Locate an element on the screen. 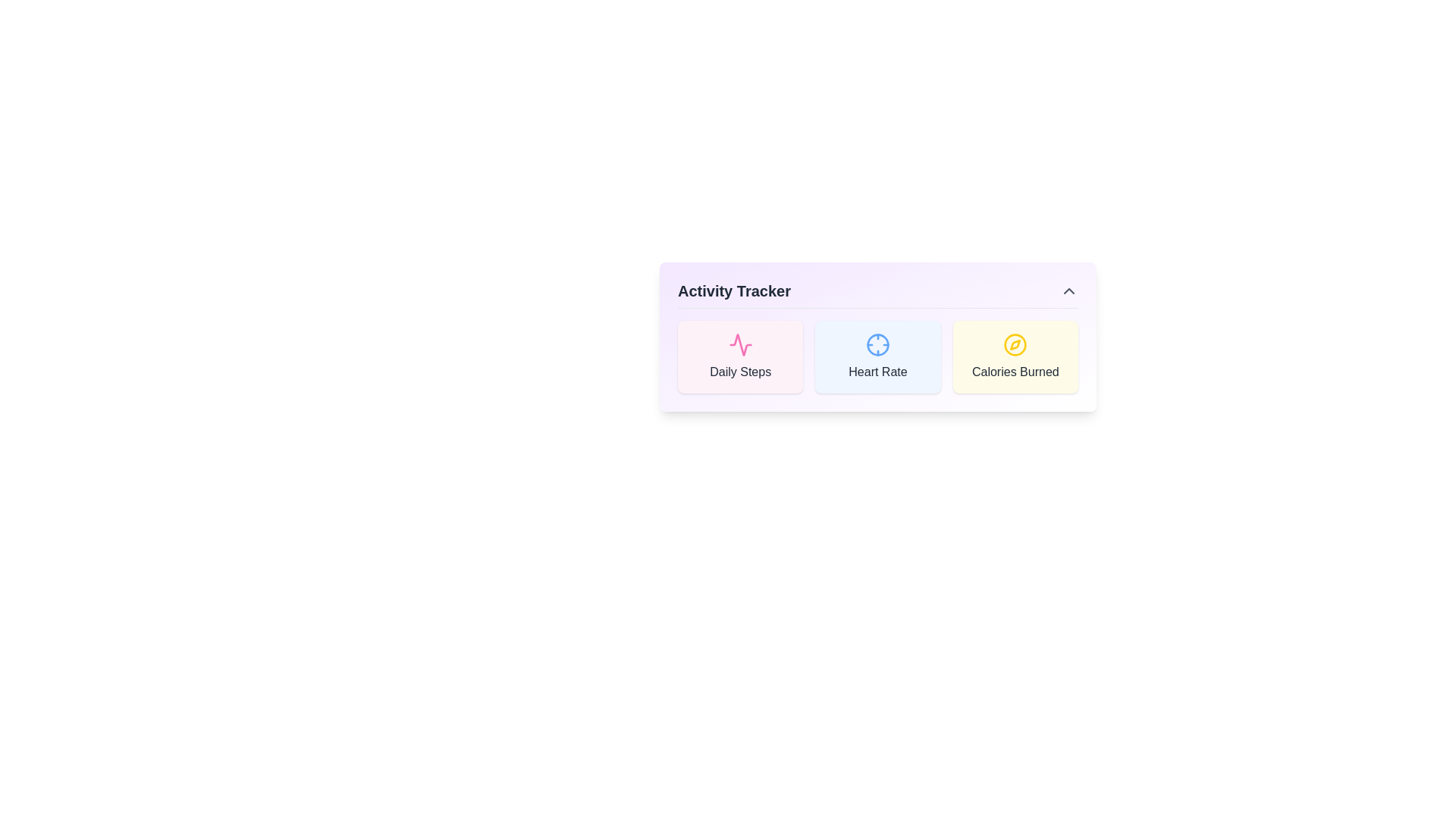  the crosshair icon representing target-related functionality, located under the 'Heart Rate' label in the 'Activity Tracker' interface is located at coordinates (877, 345).